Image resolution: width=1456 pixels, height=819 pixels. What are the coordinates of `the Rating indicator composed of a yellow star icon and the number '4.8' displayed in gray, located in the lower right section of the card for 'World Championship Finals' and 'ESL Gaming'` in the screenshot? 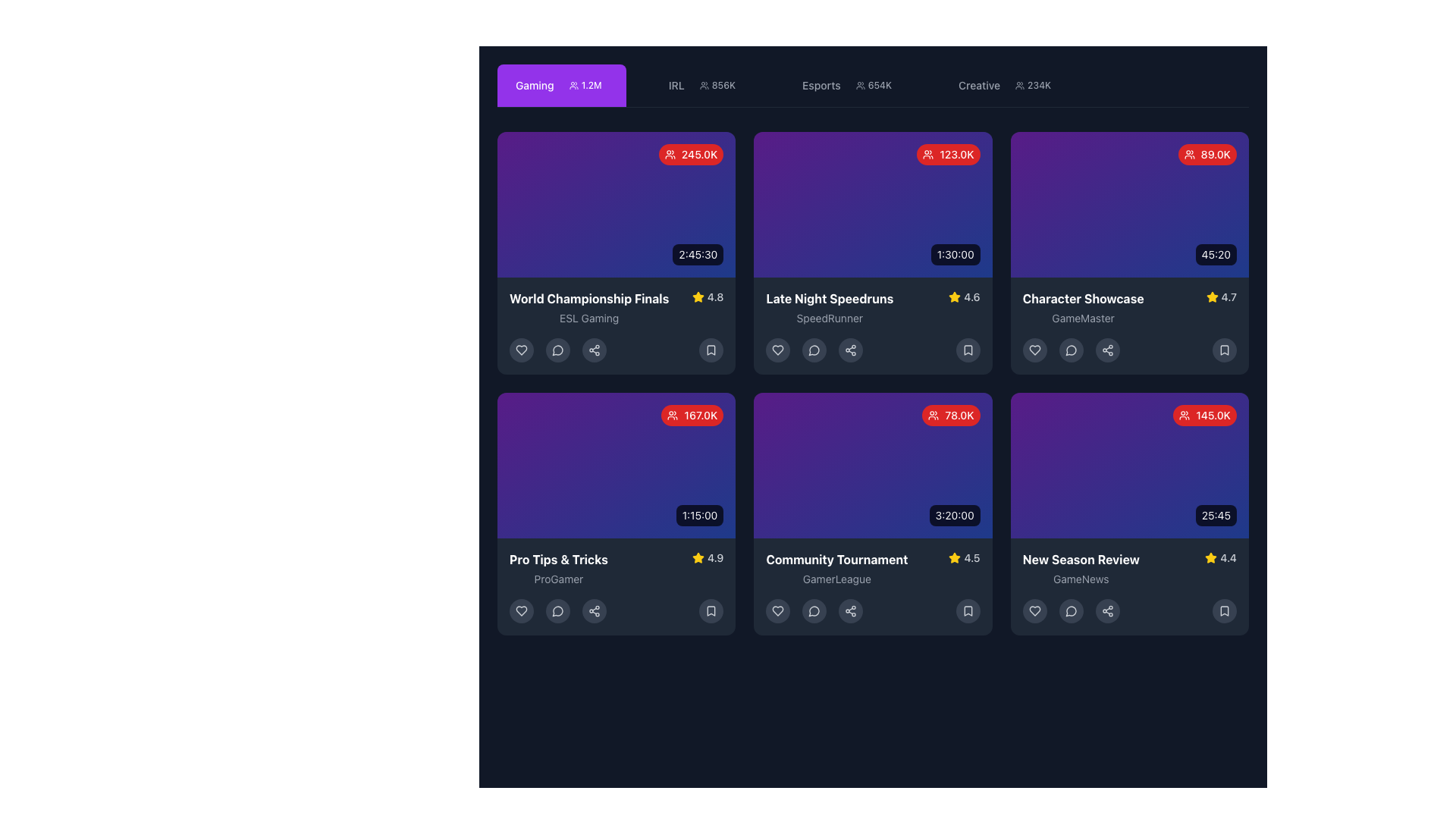 It's located at (707, 297).